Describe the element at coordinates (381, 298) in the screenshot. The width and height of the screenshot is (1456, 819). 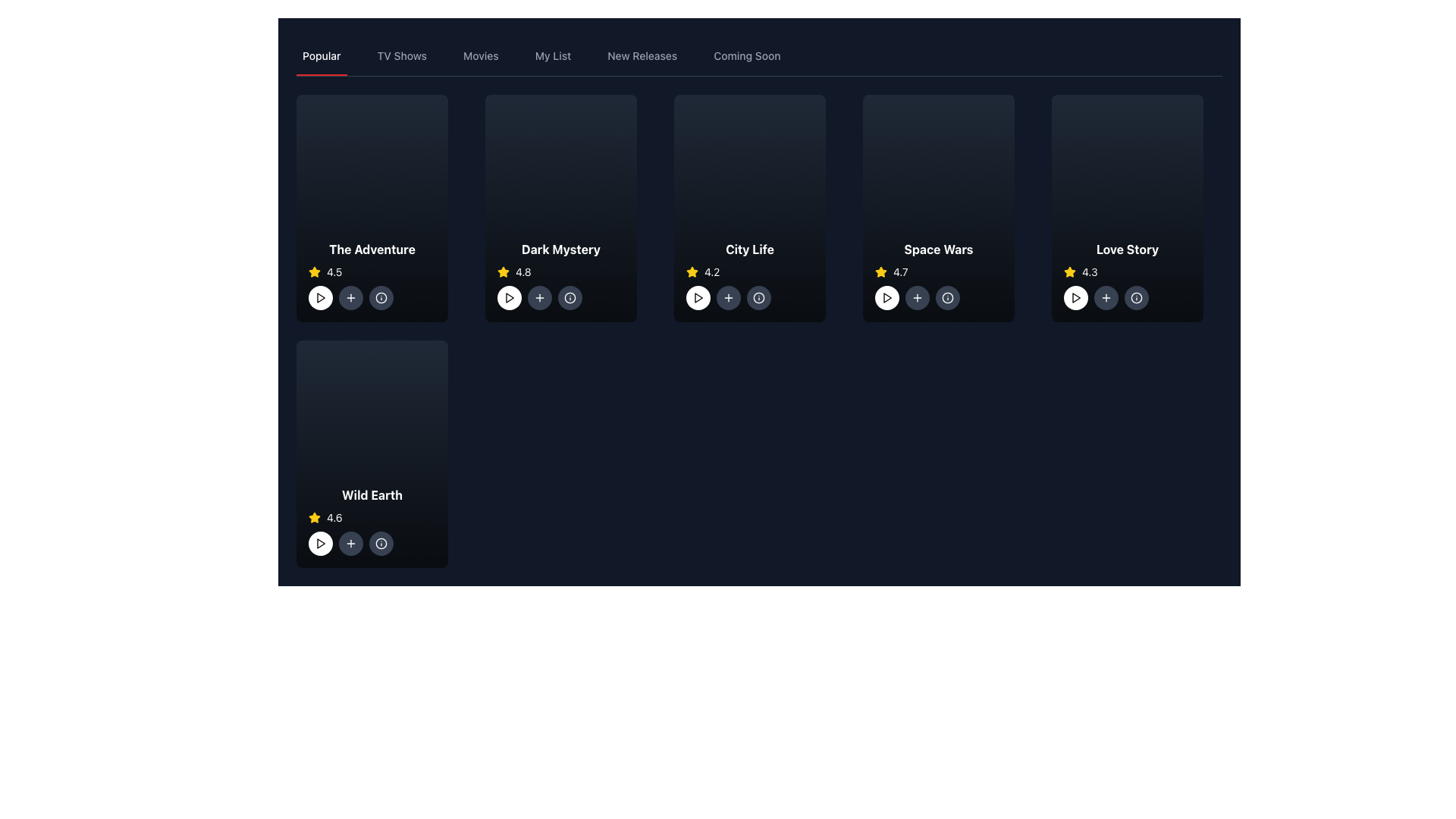
I see `the information icon located in the bottom-right corner of the card for 'The Adventure'` at that location.